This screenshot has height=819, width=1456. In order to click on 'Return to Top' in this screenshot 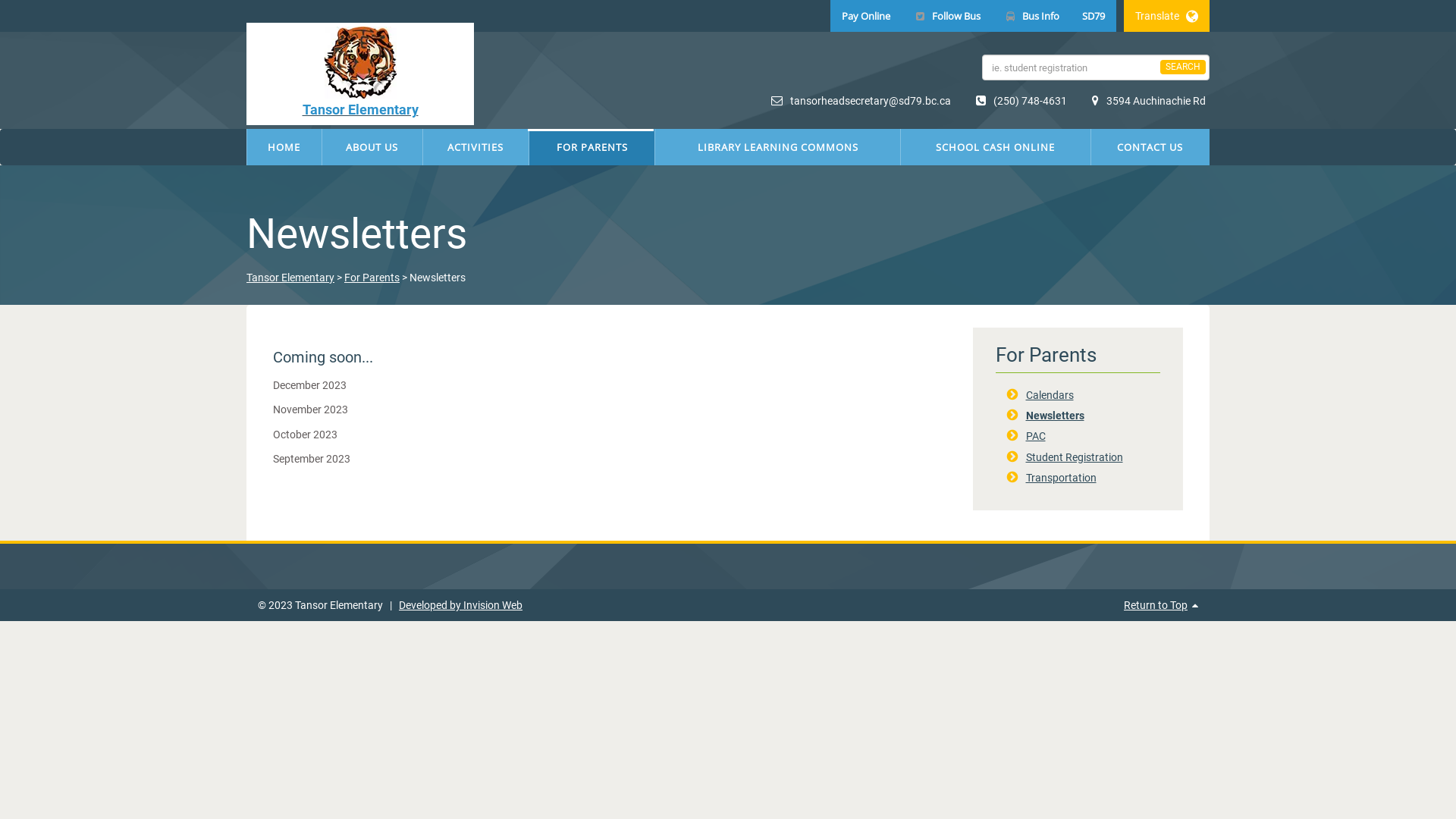, I will do `click(1154, 604)`.